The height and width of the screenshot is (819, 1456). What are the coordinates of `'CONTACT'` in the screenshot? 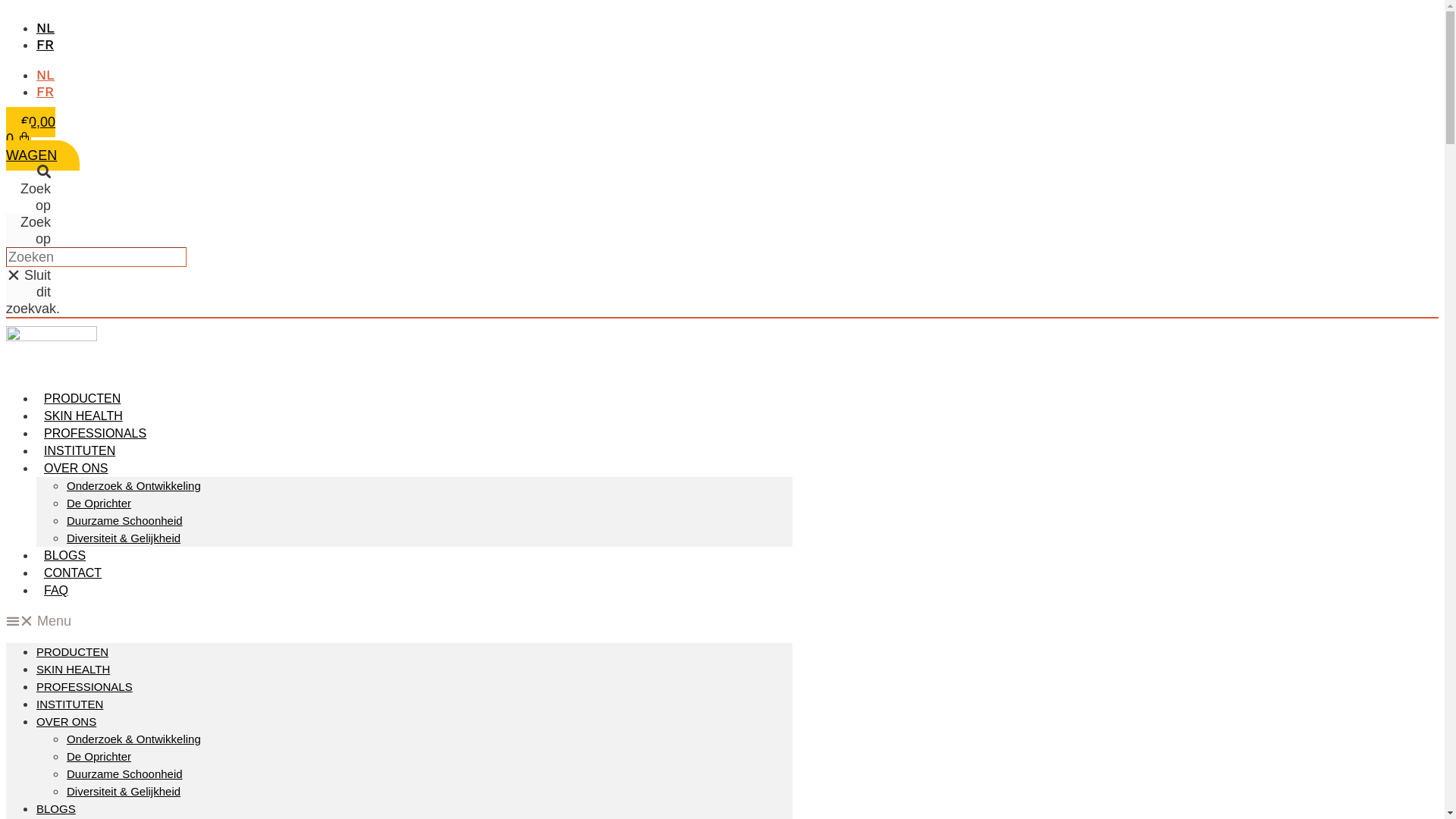 It's located at (72, 573).